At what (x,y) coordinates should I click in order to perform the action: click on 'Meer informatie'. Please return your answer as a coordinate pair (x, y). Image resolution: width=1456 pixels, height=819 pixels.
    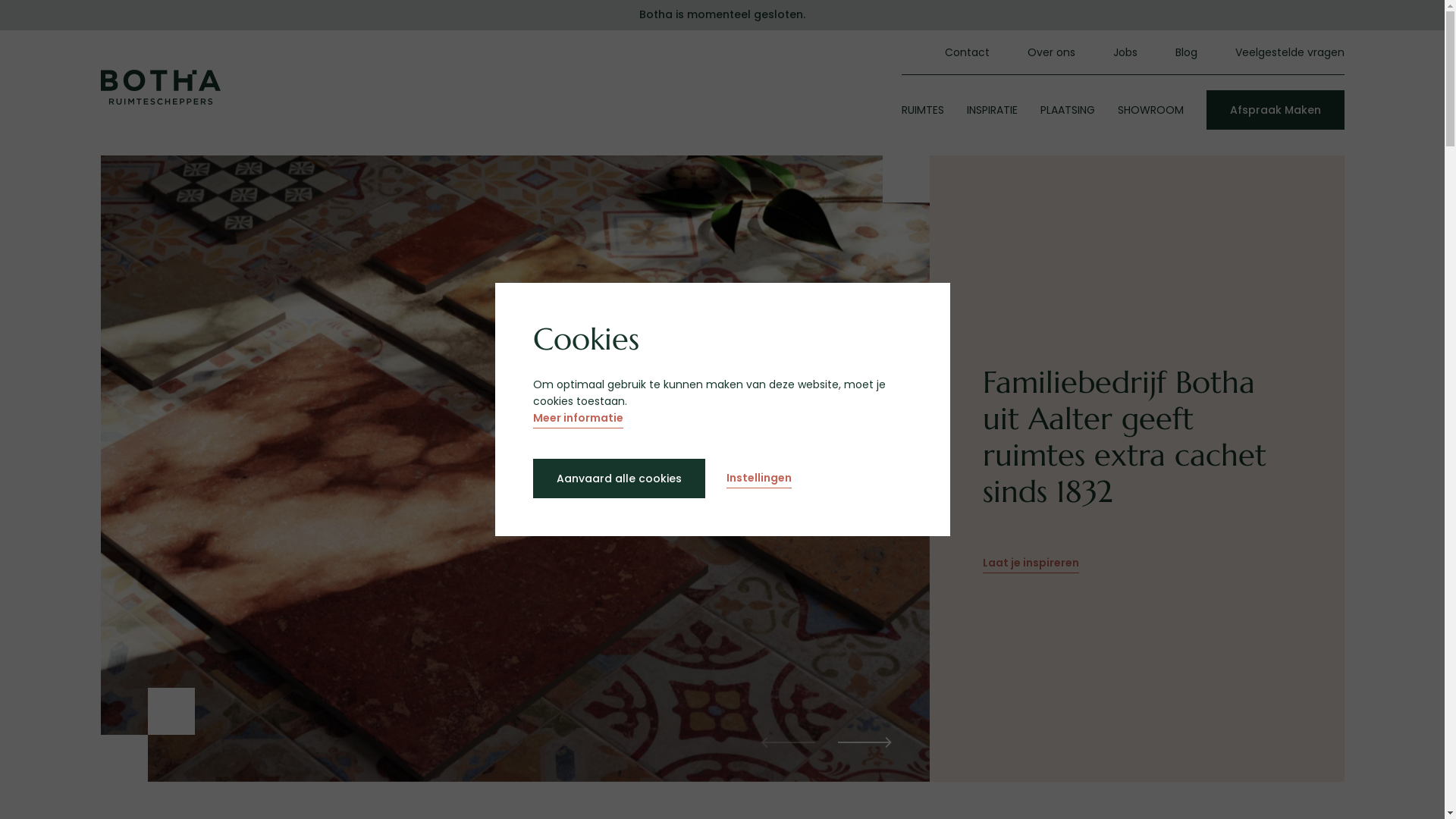
    Looking at the image, I should click on (576, 419).